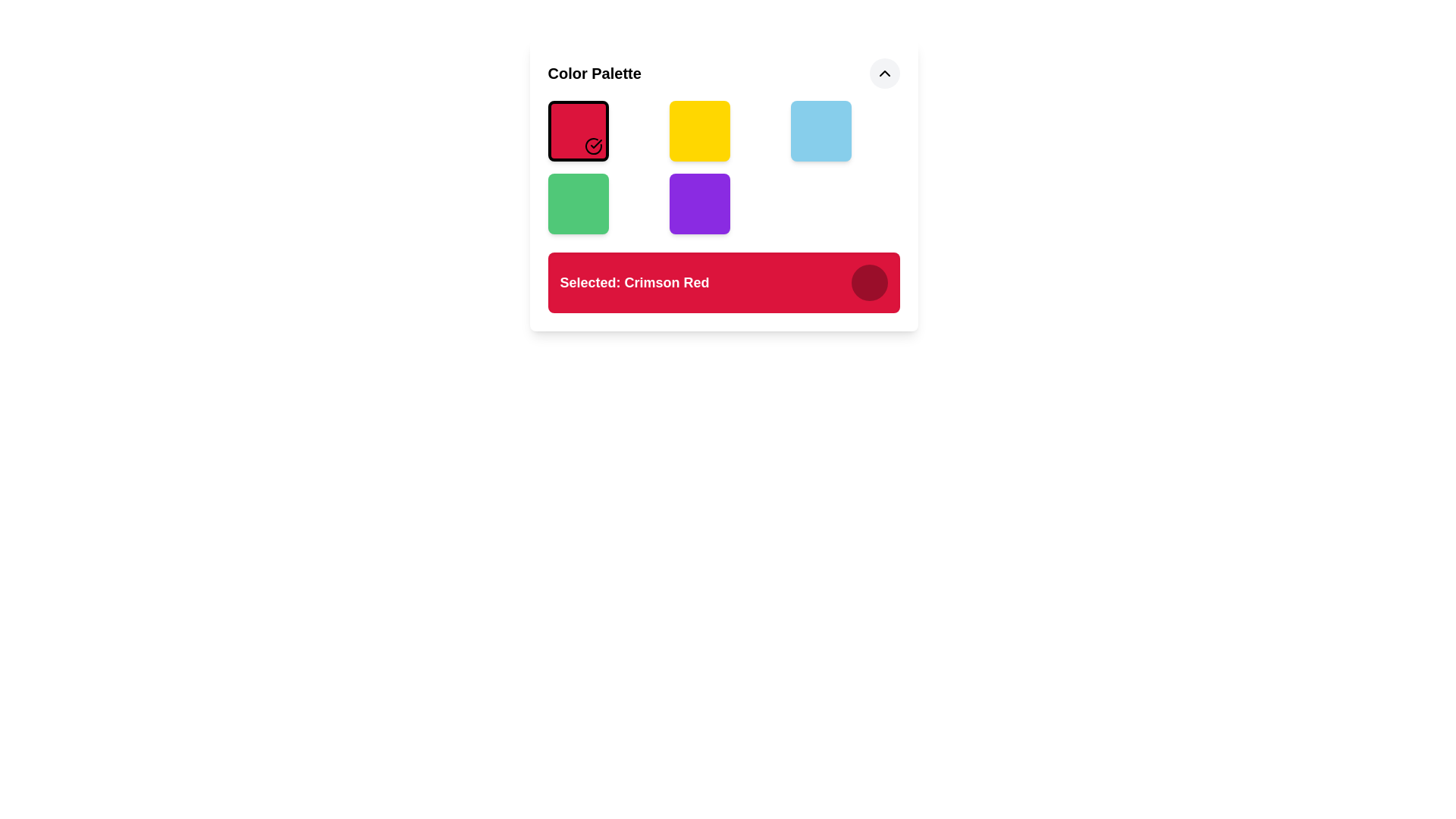 This screenshot has height=819, width=1456. I want to click on the Color Selection Tile with a vibrant purple background to observe its hover effect, so click(698, 203).